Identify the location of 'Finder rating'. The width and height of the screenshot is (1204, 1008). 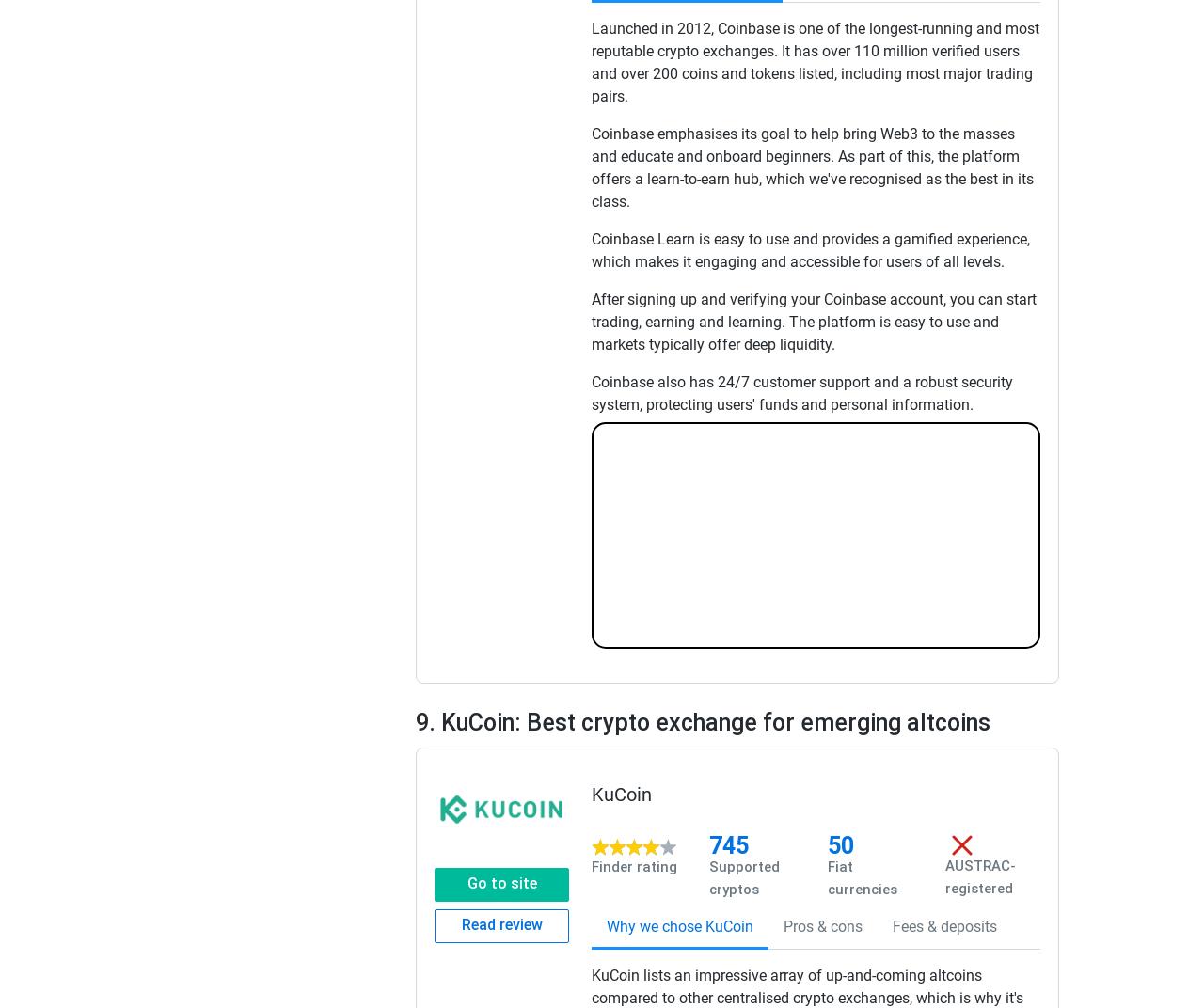
(634, 867).